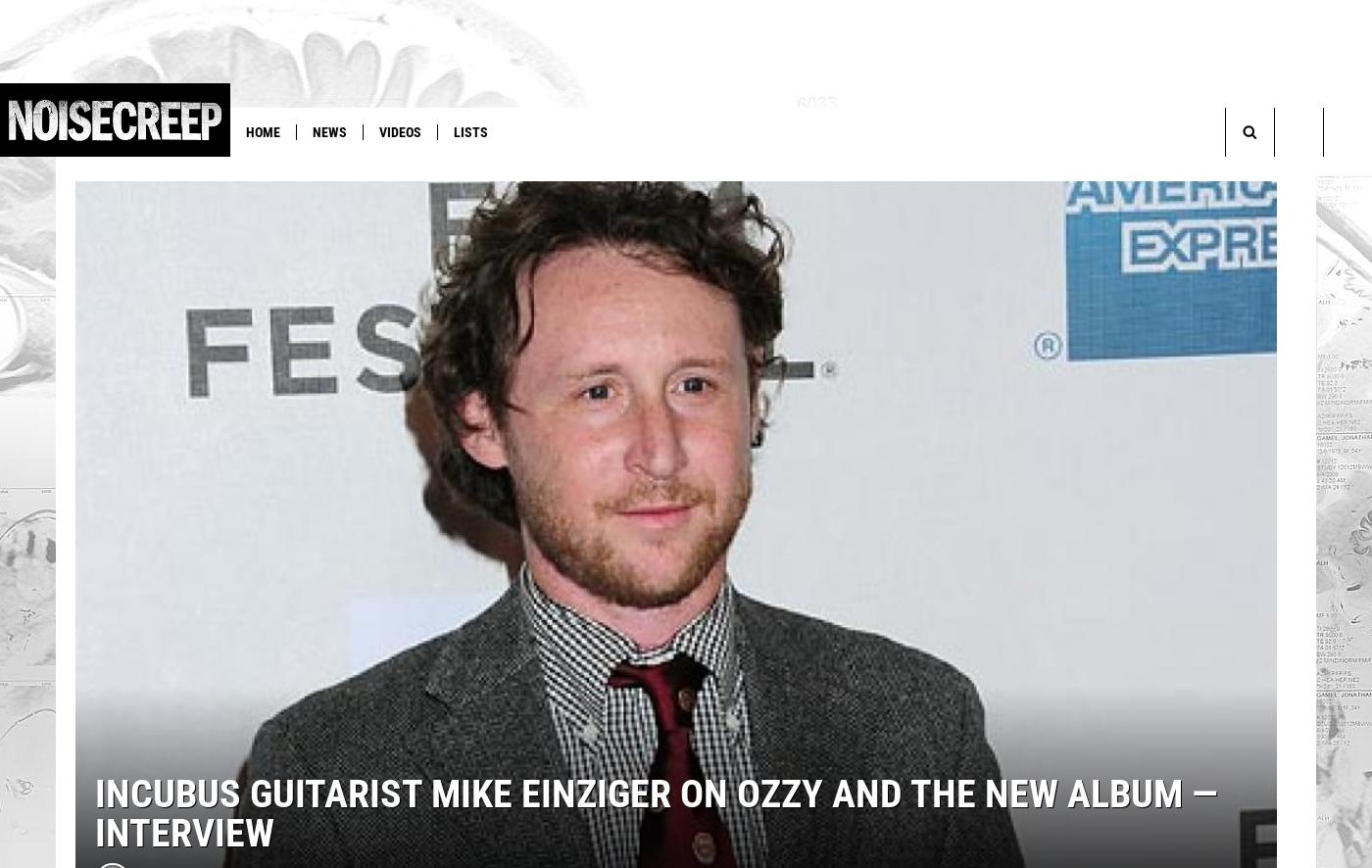  I want to click on 'Home', so click(263, 131).